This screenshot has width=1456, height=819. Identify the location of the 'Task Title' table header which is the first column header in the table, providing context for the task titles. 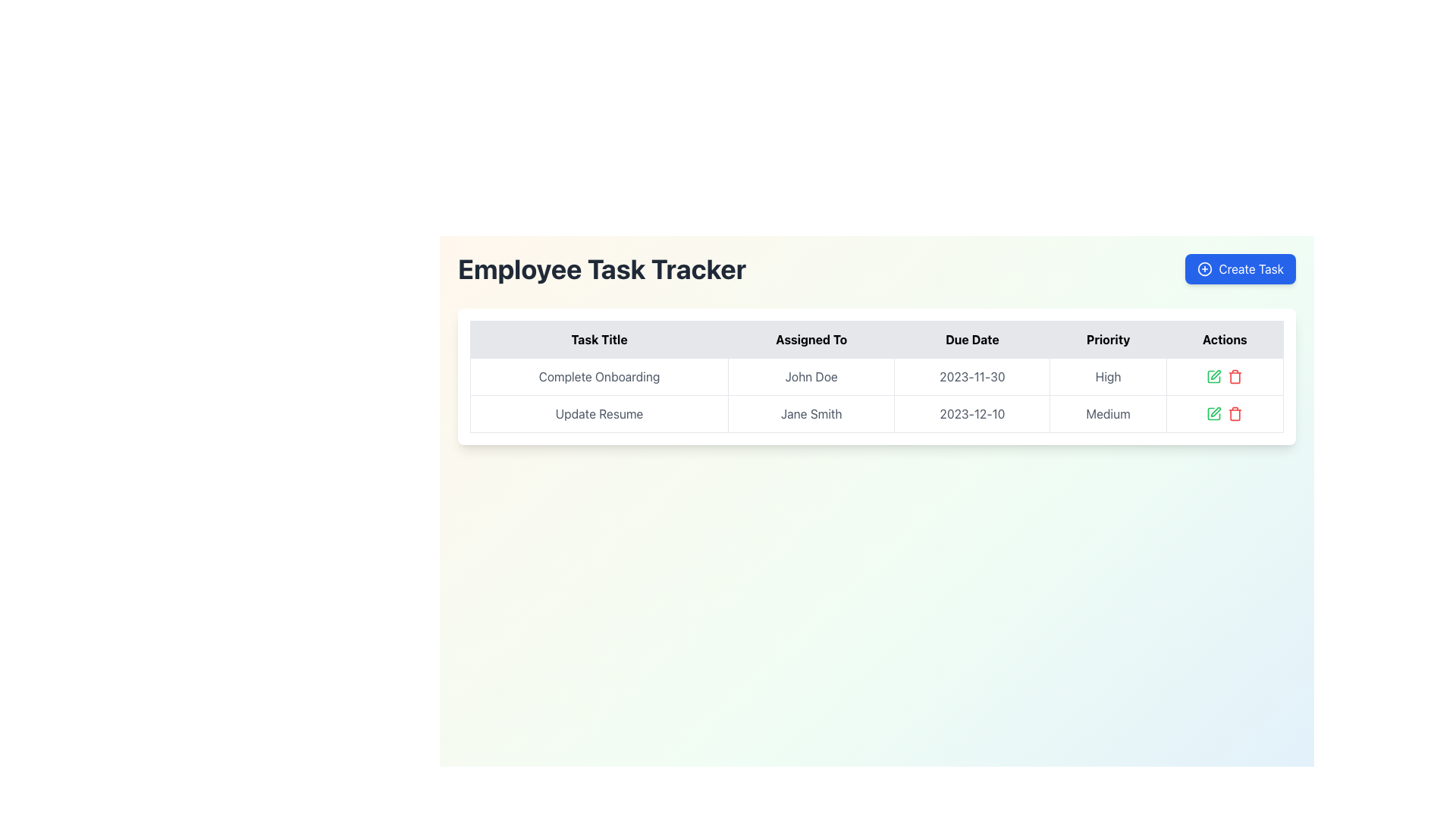
(598, 338).